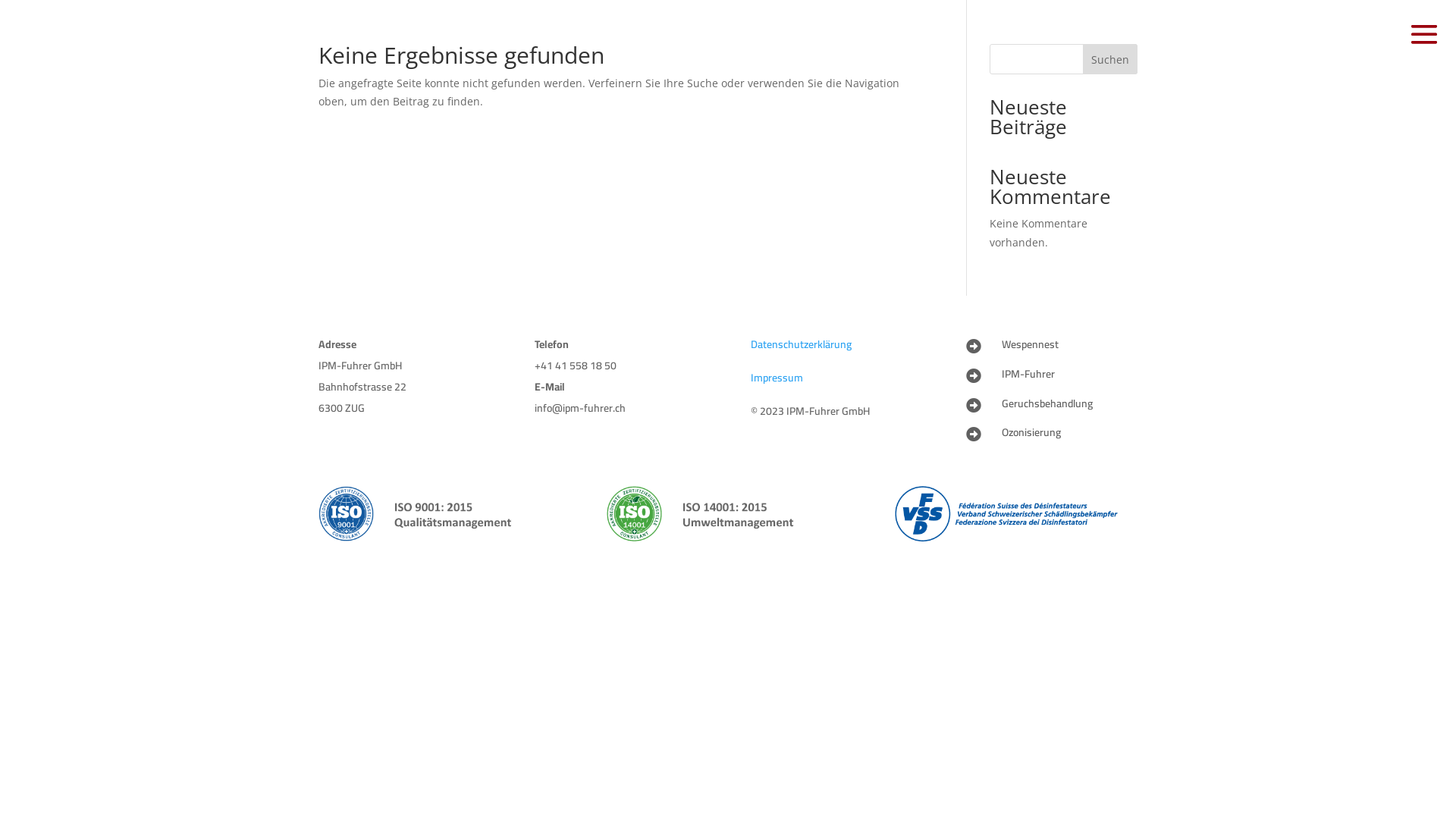 This screenshot has width=1456, height=819. Describe the element at coordinates (1015, 513) in the screenshot. I see `'fsd_vss_logo_500'` at that location.